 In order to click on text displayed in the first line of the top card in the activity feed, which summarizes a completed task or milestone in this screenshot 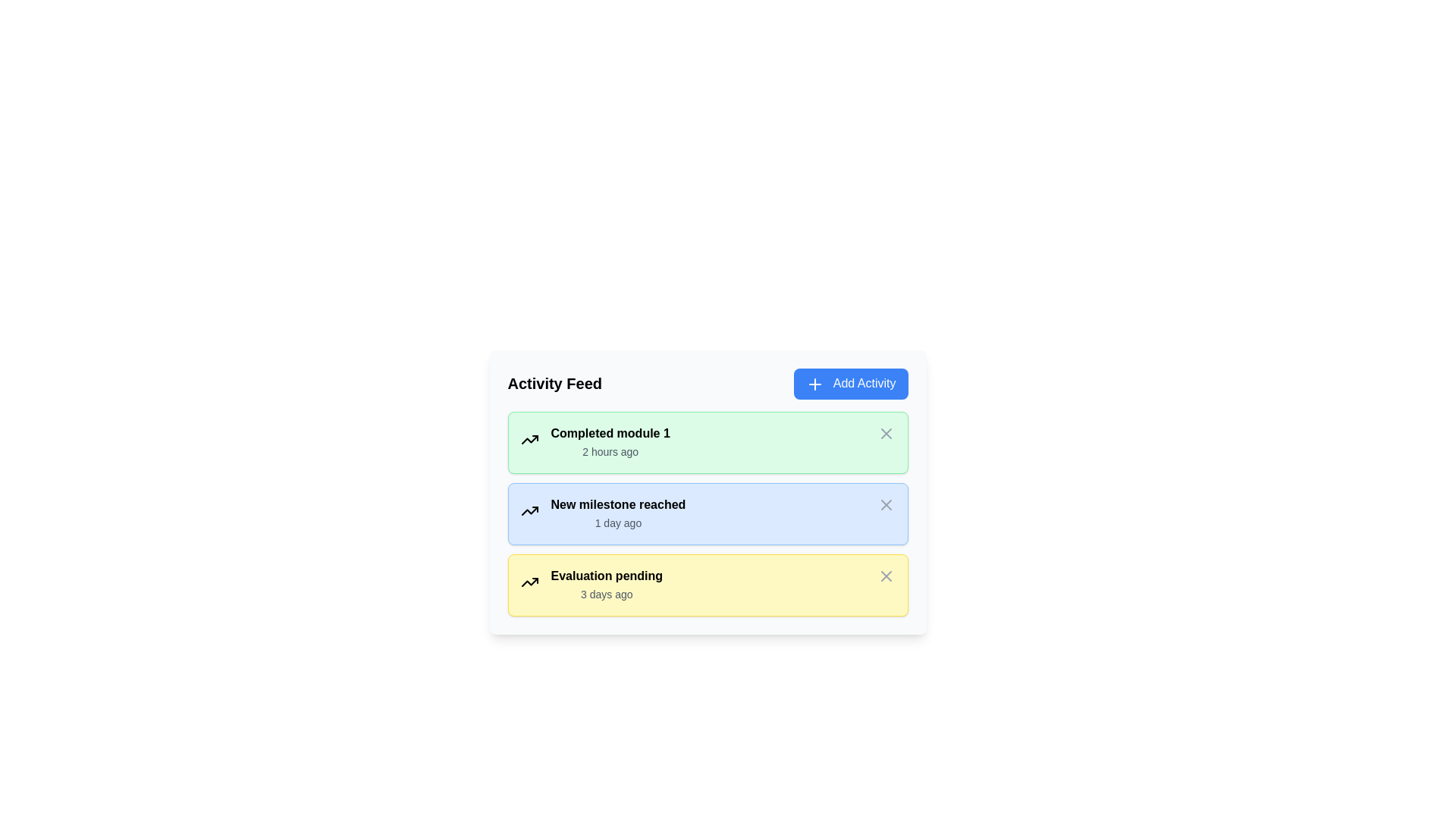, I will do `click(610, 433)`.